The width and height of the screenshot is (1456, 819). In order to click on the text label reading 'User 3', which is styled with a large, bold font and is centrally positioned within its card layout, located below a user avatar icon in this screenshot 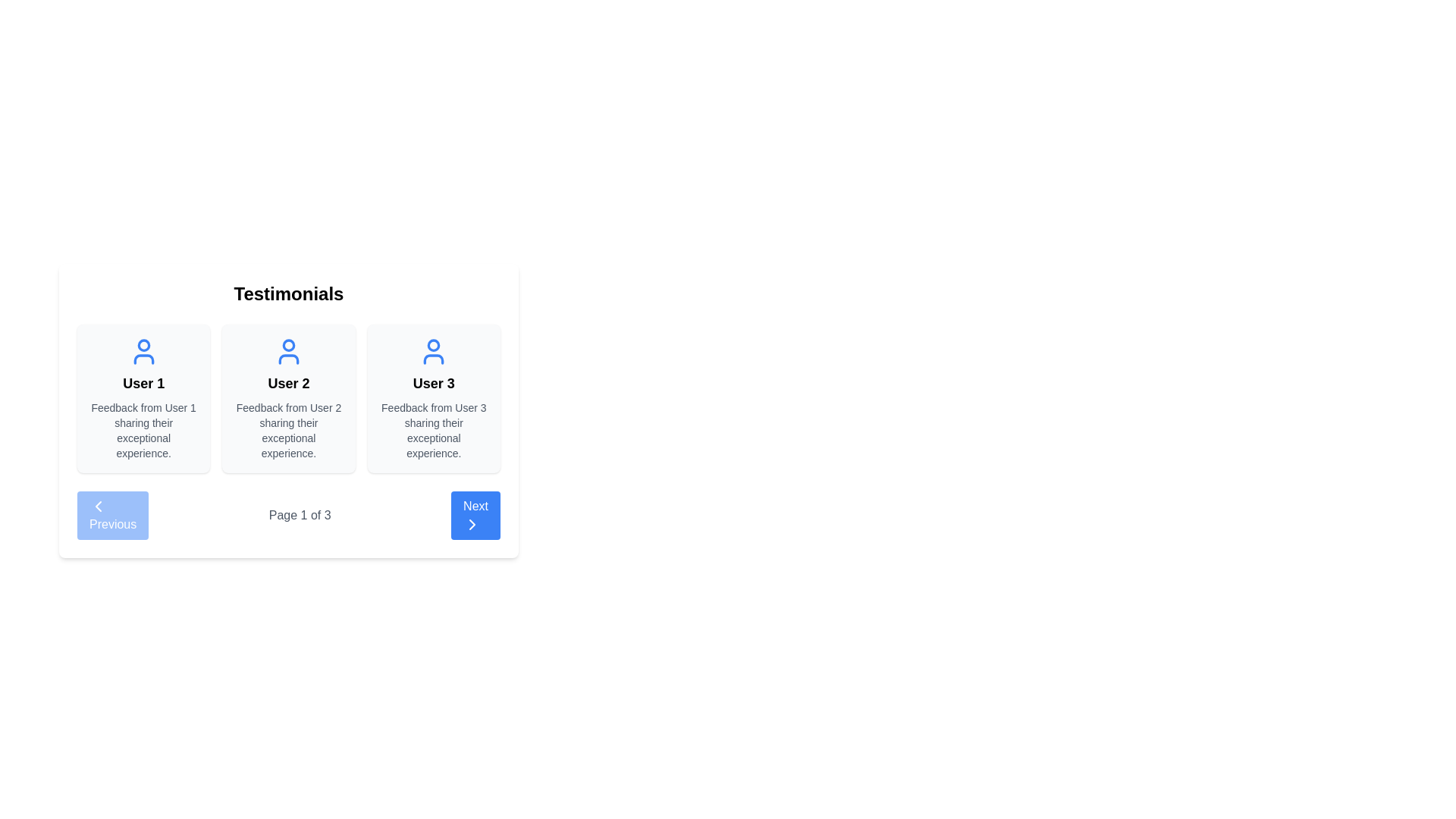, I will do `click(433, 382)`.